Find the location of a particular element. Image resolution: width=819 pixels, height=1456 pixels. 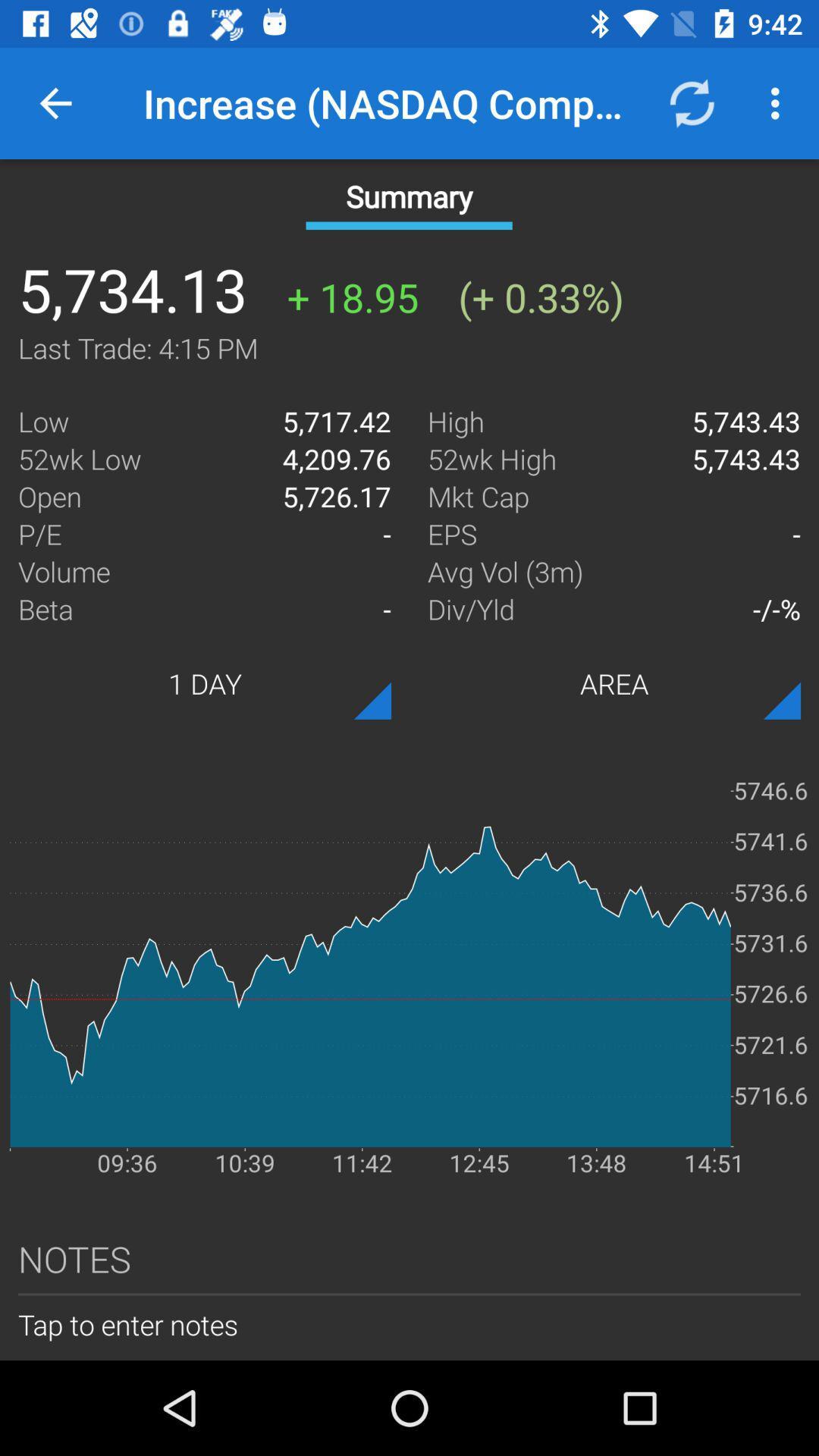

the item to the left of the increase (nasdaq composite) icon is located at coordinates (55, 102).